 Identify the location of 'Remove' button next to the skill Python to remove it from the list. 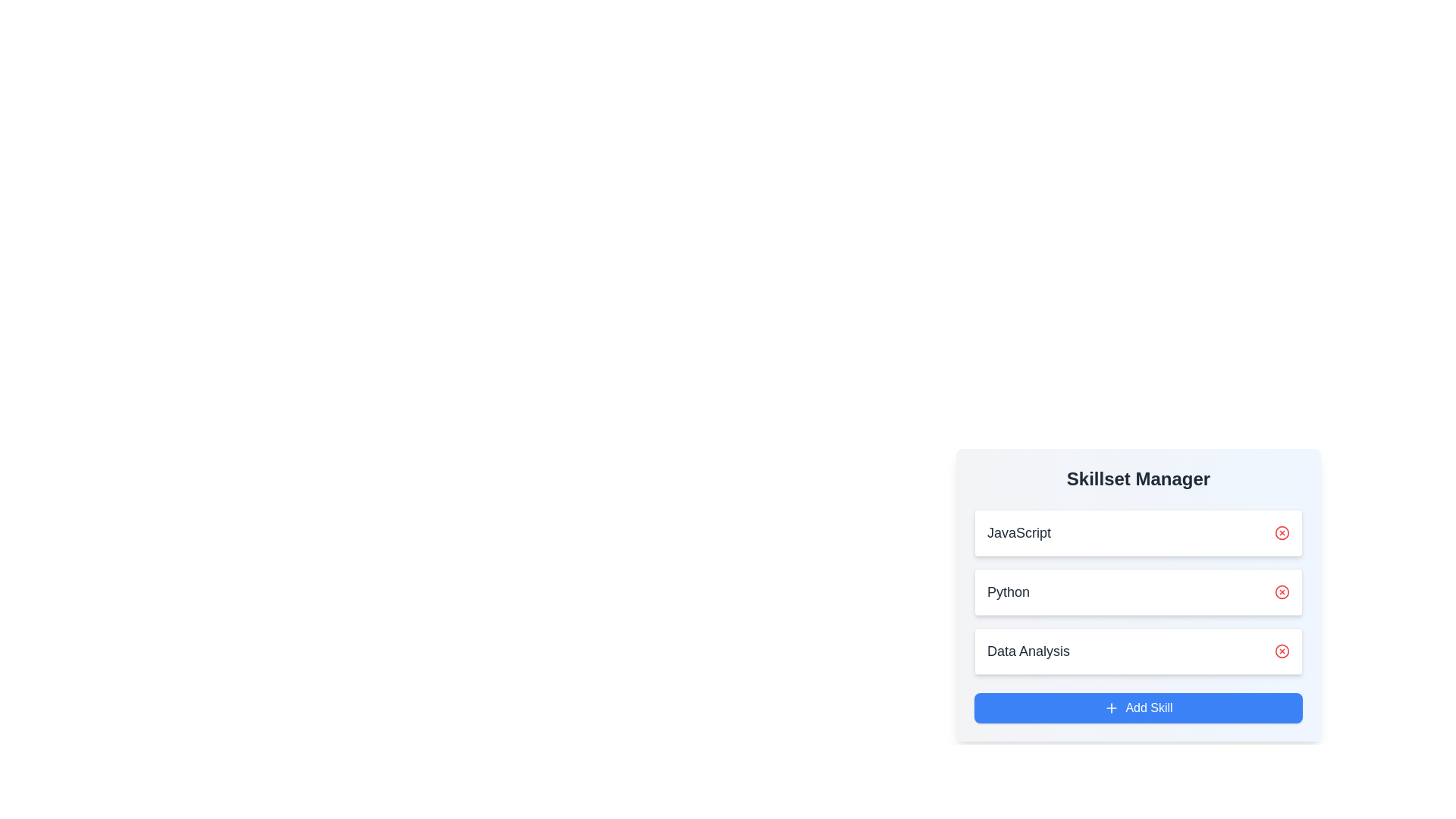
(1281, 591).